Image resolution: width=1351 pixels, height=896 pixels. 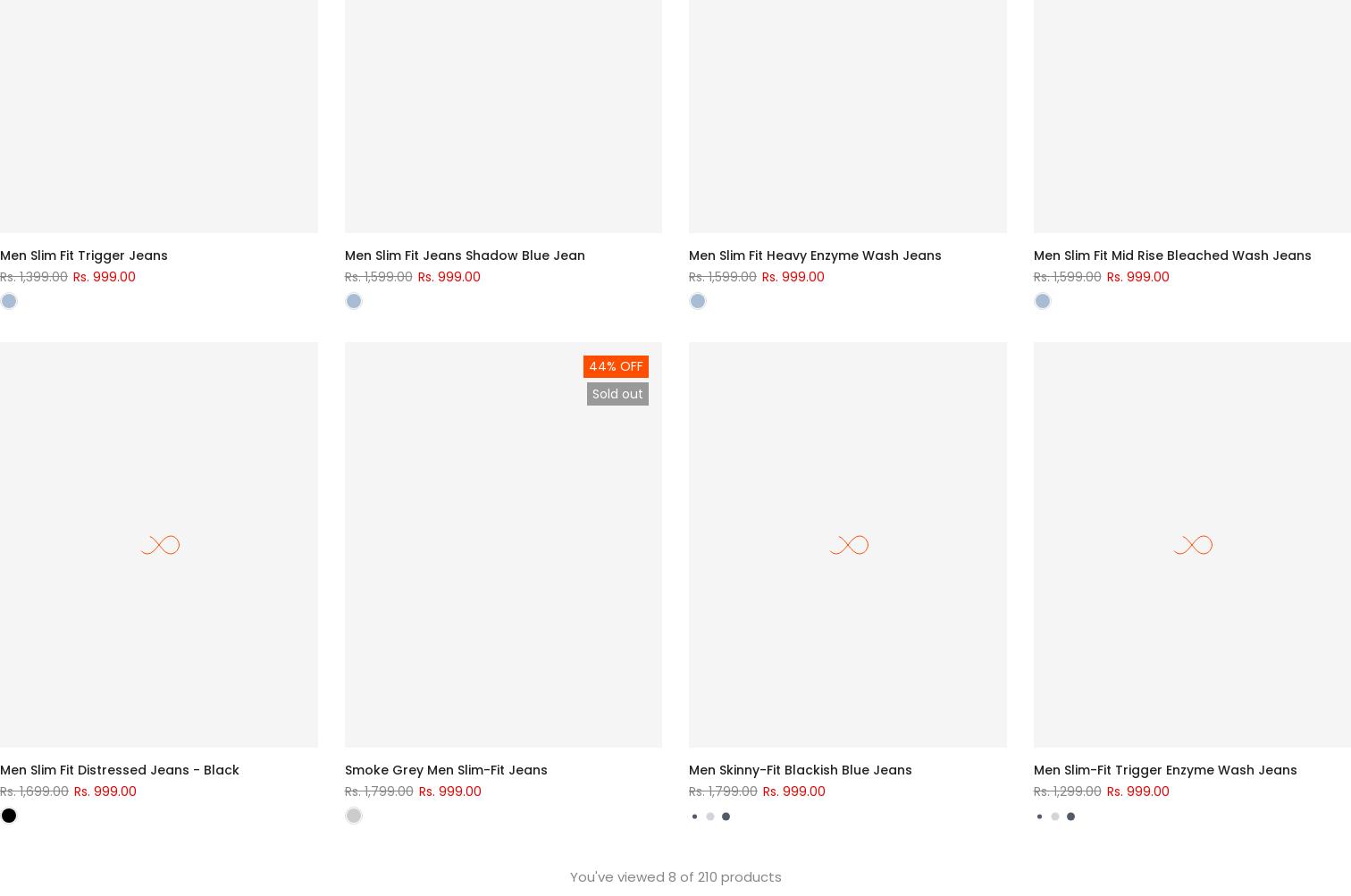 What do you see at coordinates (616, 366) in the screenshot?
I see `'44% OFF'` at bounding box center [616, 366].